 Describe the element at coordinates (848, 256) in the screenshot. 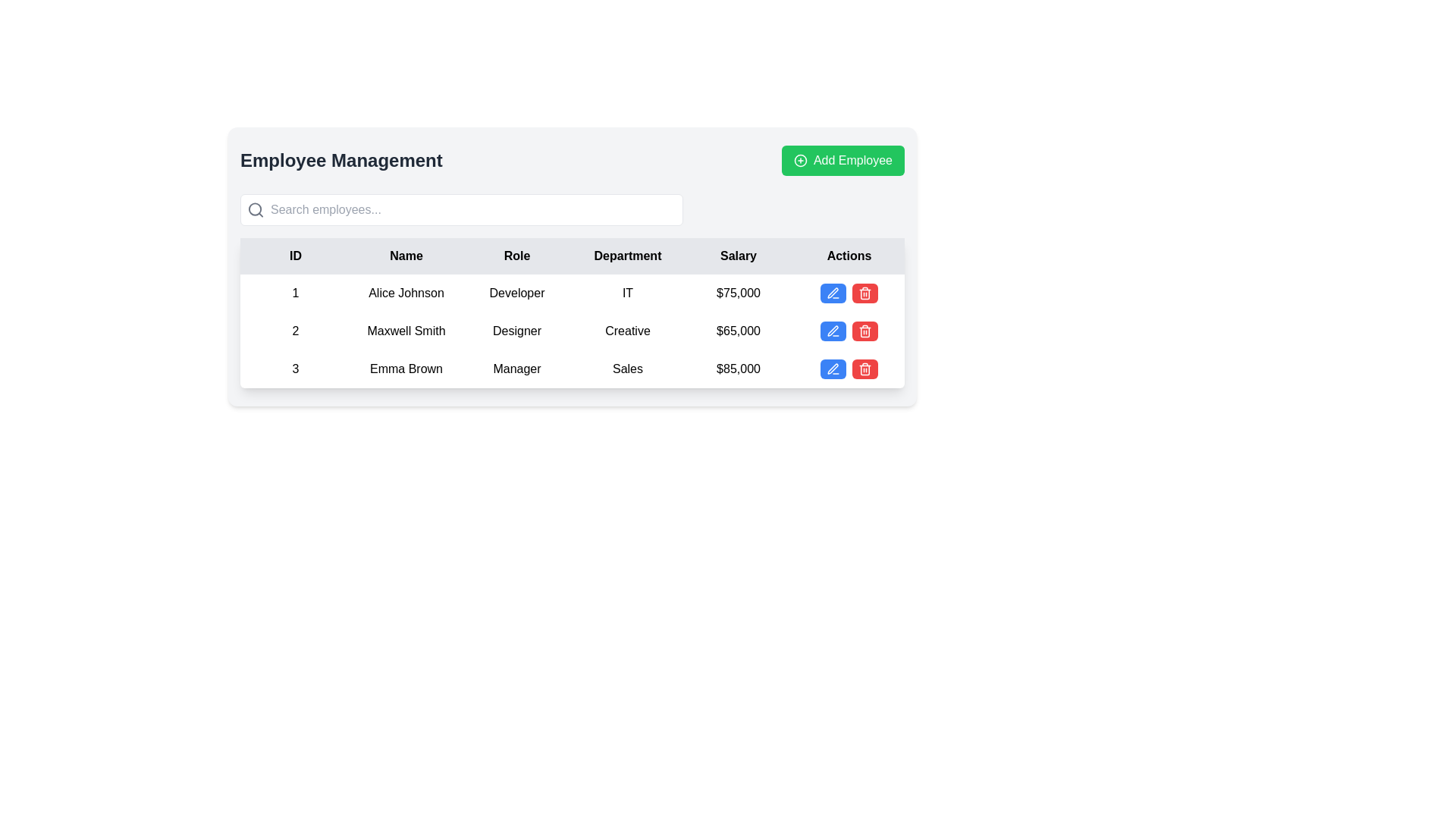

I see `the Text Label that serves as the sixth column header in the table, located to the far-right of the header row, adjacent to the 'Salary' column` at that location.